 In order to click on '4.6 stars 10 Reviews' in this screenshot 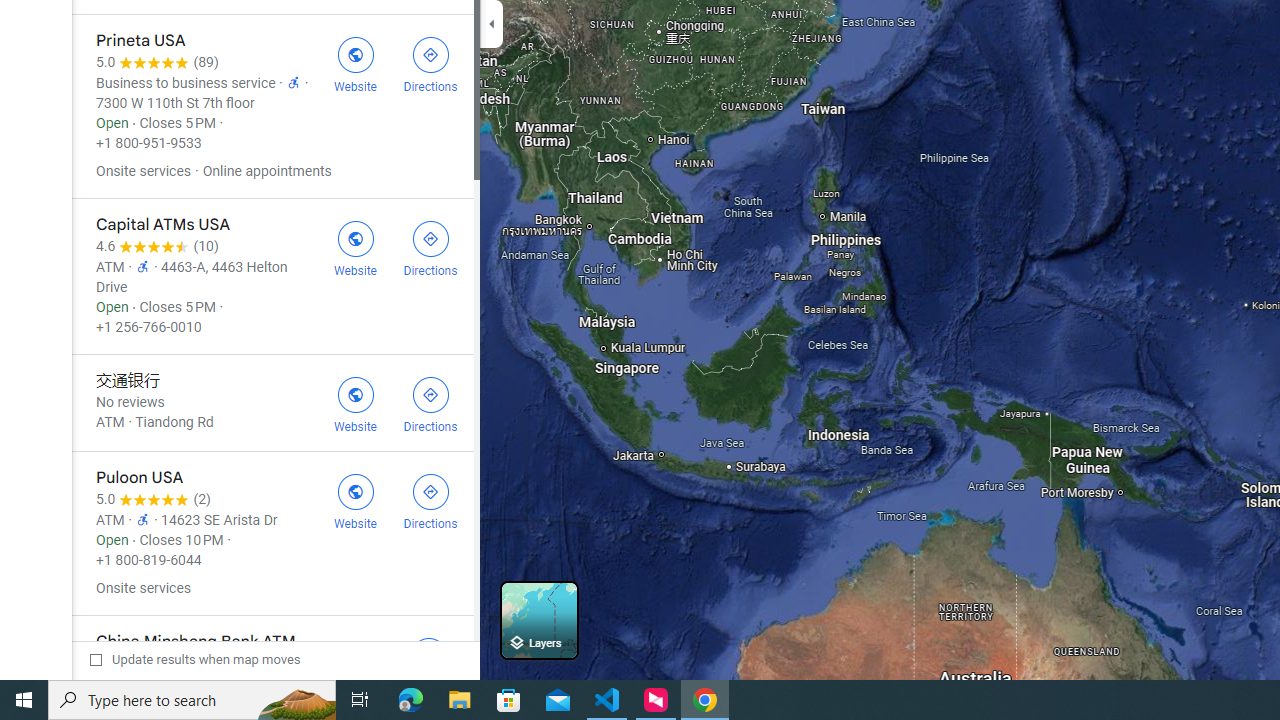, I will do `click(156, 245)`.